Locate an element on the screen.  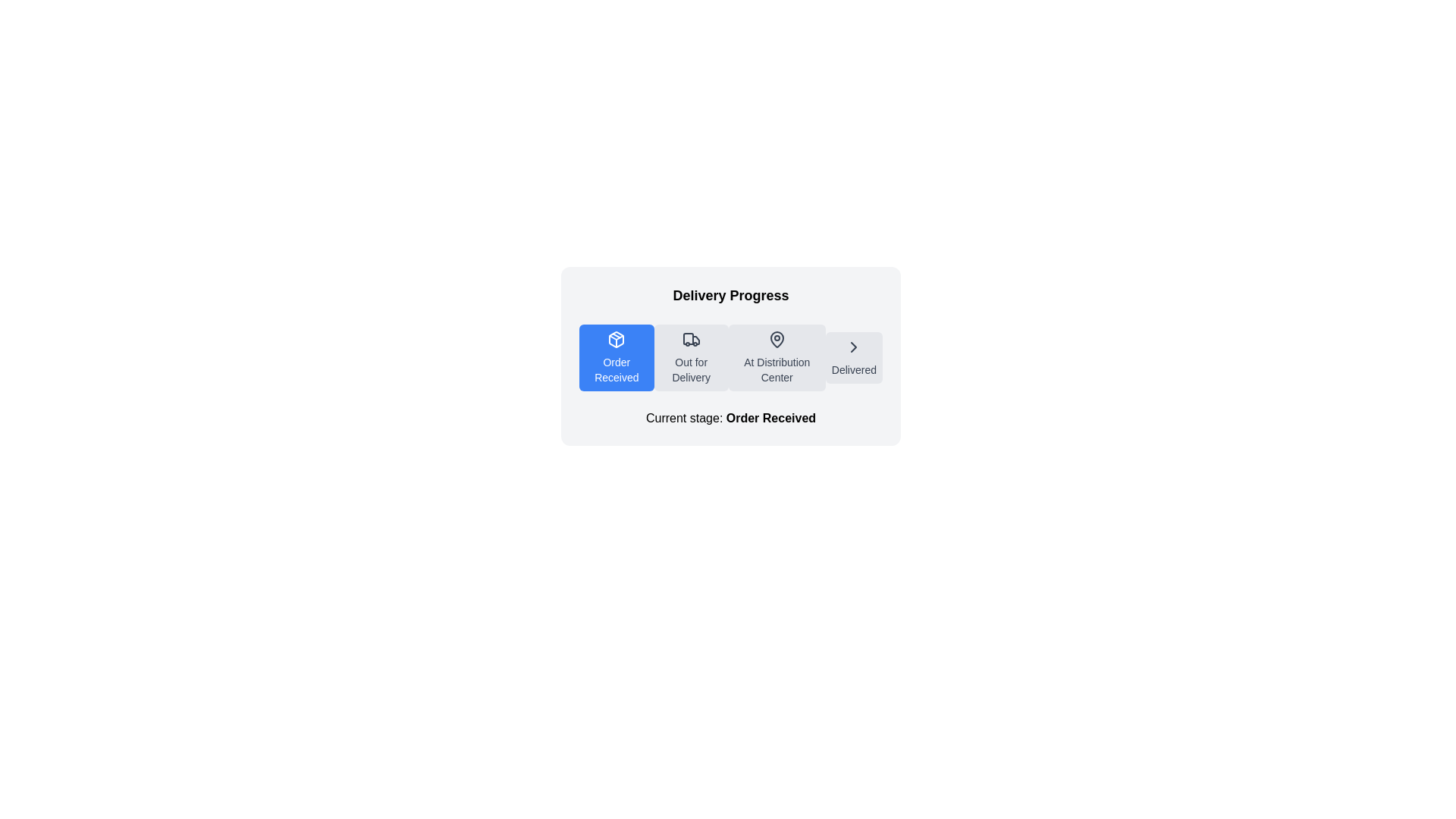
map pin icon located at the 'At Distribution Center' stage in the delivery progress tracker, which is the third button in the progression bar is located at coordinates (777, 357).